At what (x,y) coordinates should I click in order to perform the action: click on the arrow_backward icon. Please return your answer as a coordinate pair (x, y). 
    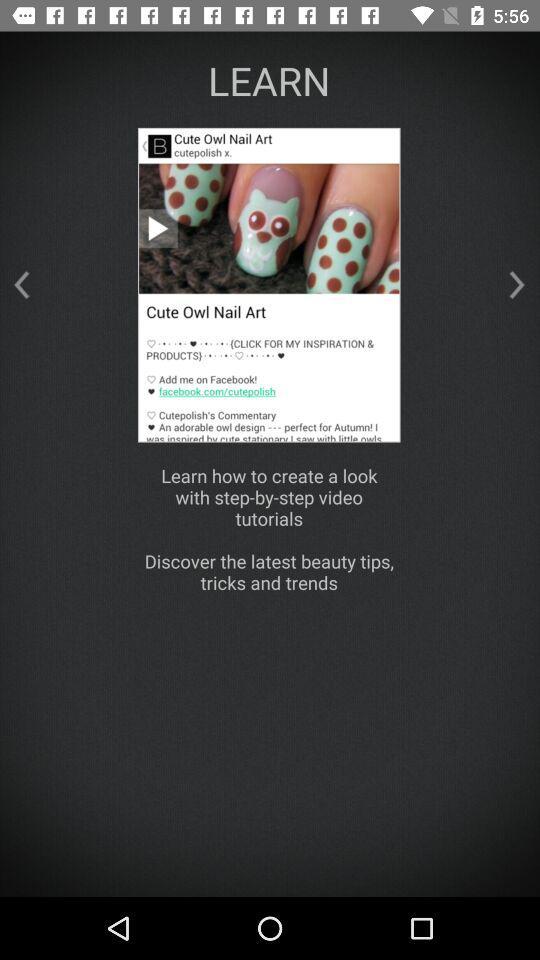
    Looking at the image, I should click on (20, 284).